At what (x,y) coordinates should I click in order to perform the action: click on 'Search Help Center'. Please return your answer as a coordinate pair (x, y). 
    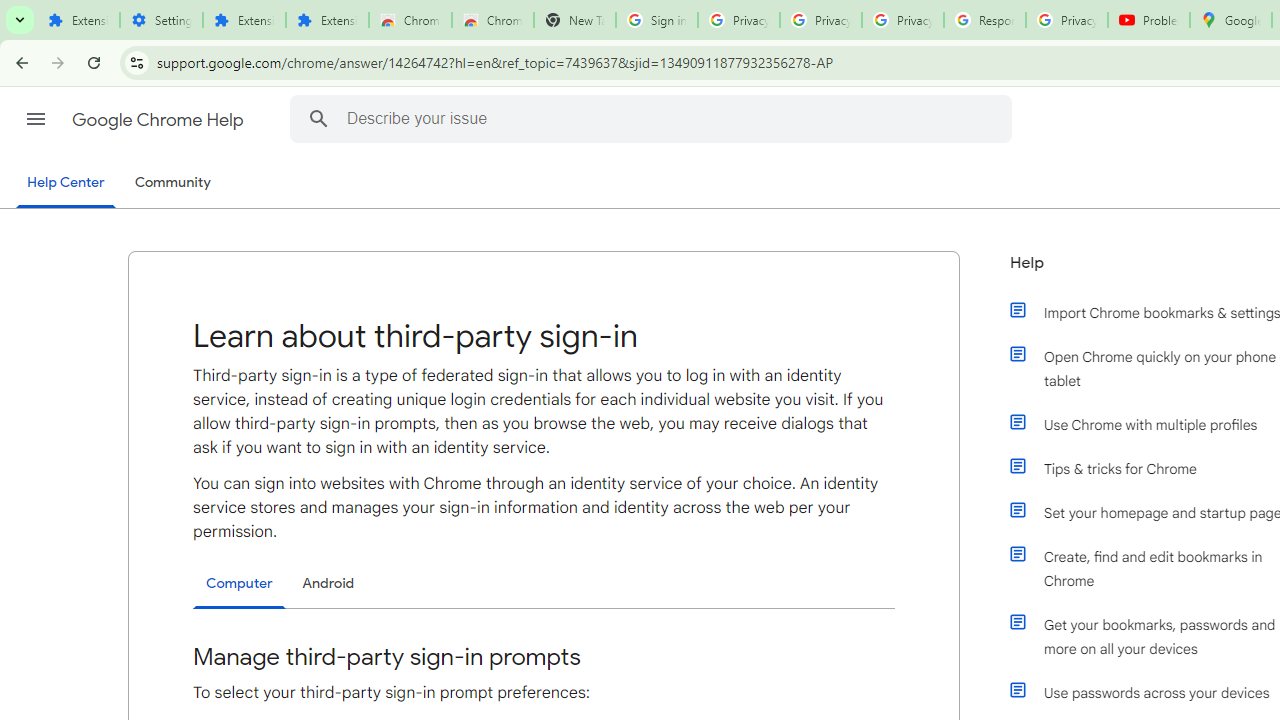
    Looking at the image, I should click on (317, 118).